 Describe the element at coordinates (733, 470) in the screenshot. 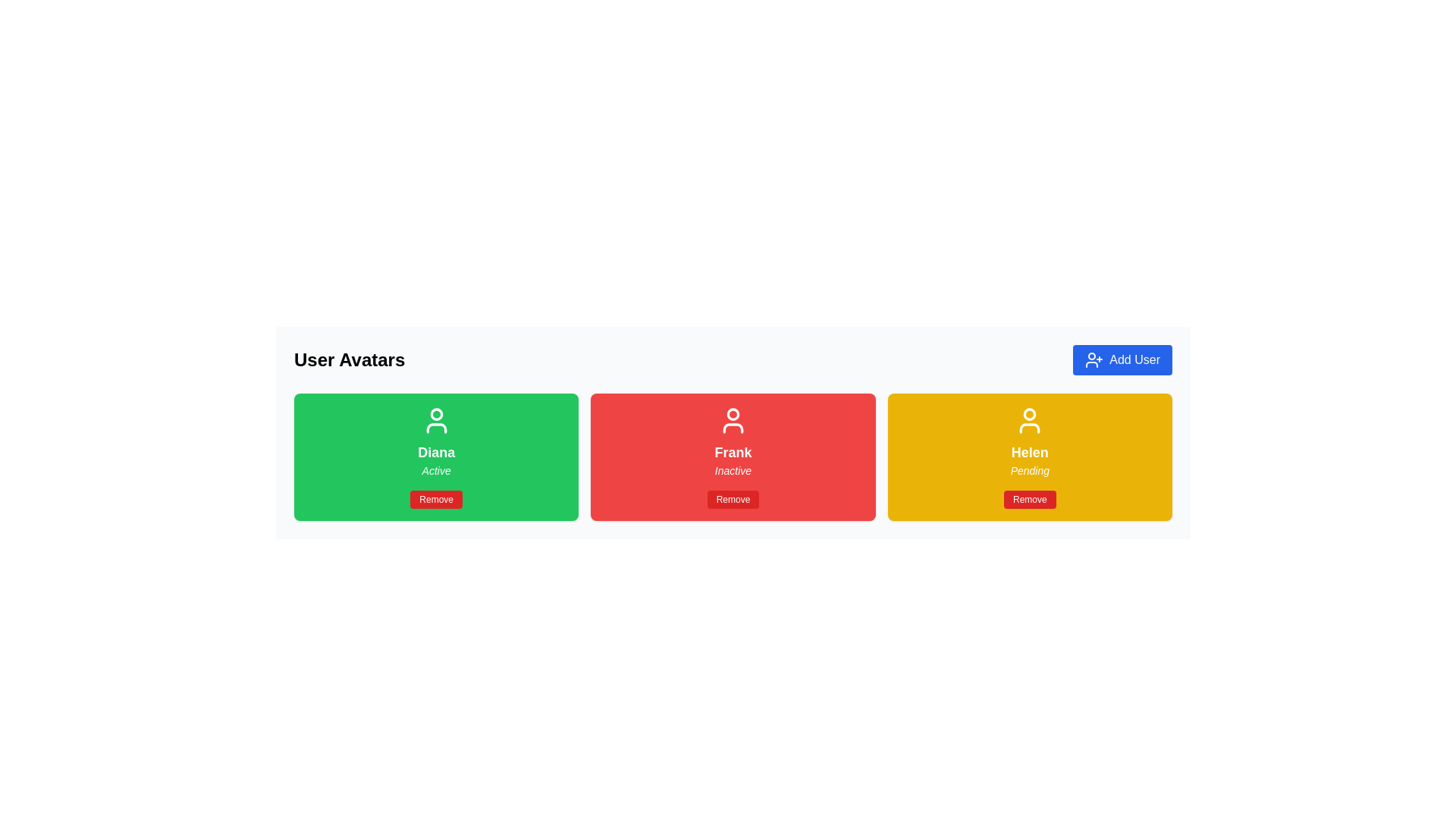

I see `the text label displaying 'Inactive' in italic style, which is located below the bold text 'Frank' within a red card-like structure` at that location.